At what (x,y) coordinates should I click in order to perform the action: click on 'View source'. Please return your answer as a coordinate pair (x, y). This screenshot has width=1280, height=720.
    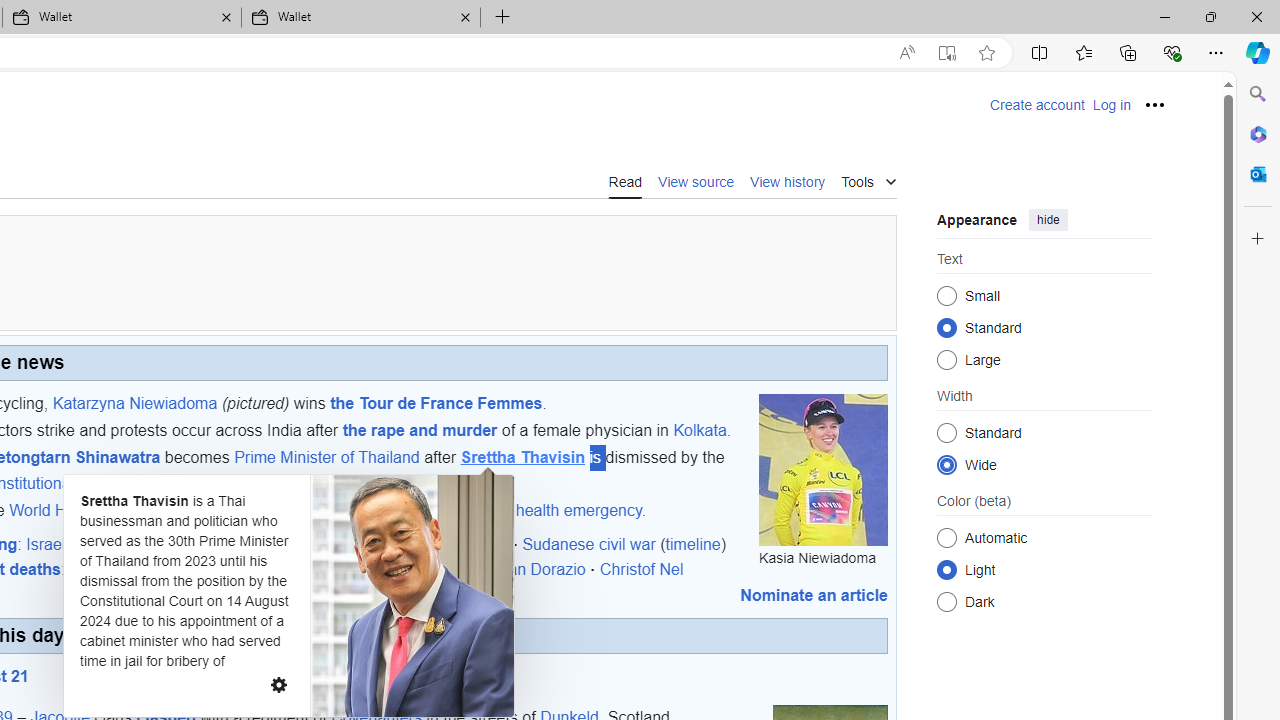
    Looking at the image, I should click on (696, 180).